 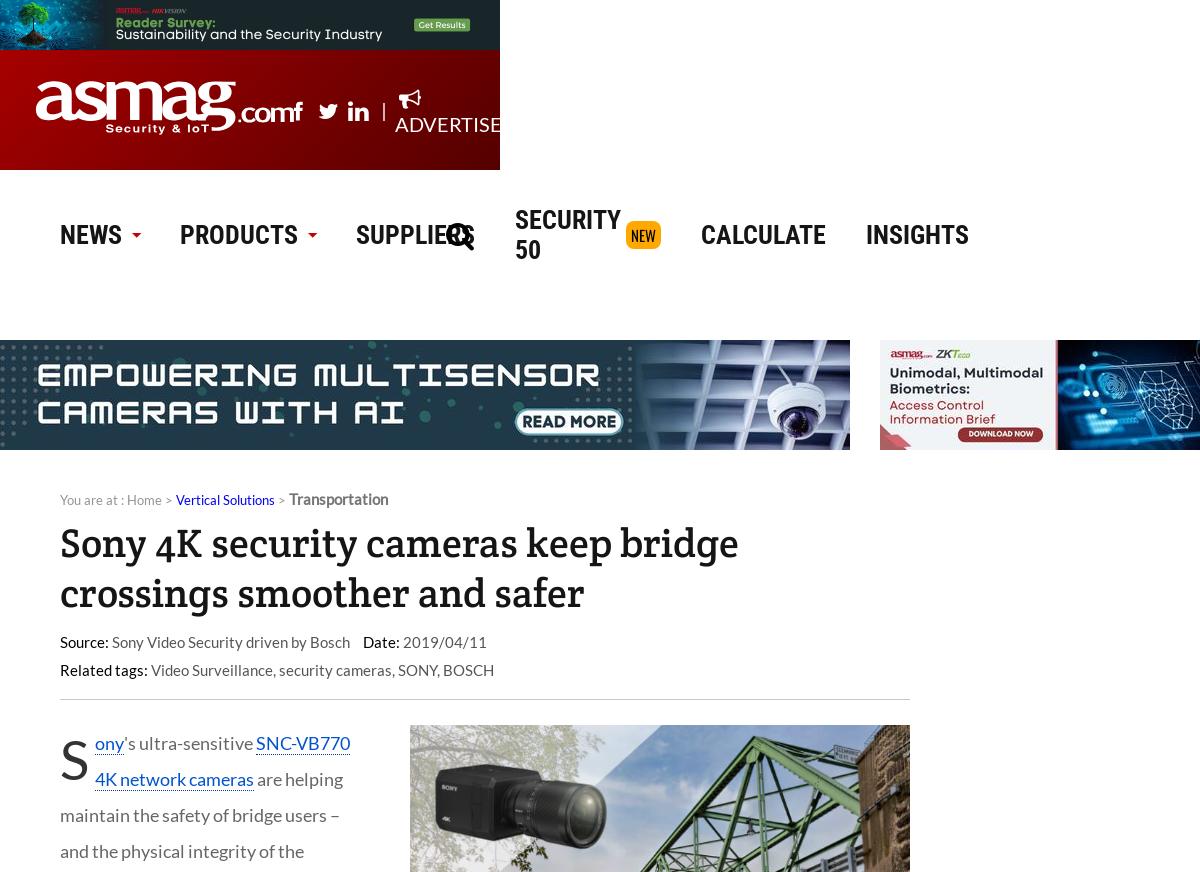 I want to click on '2019/04/11', so click(x=399, y=641).